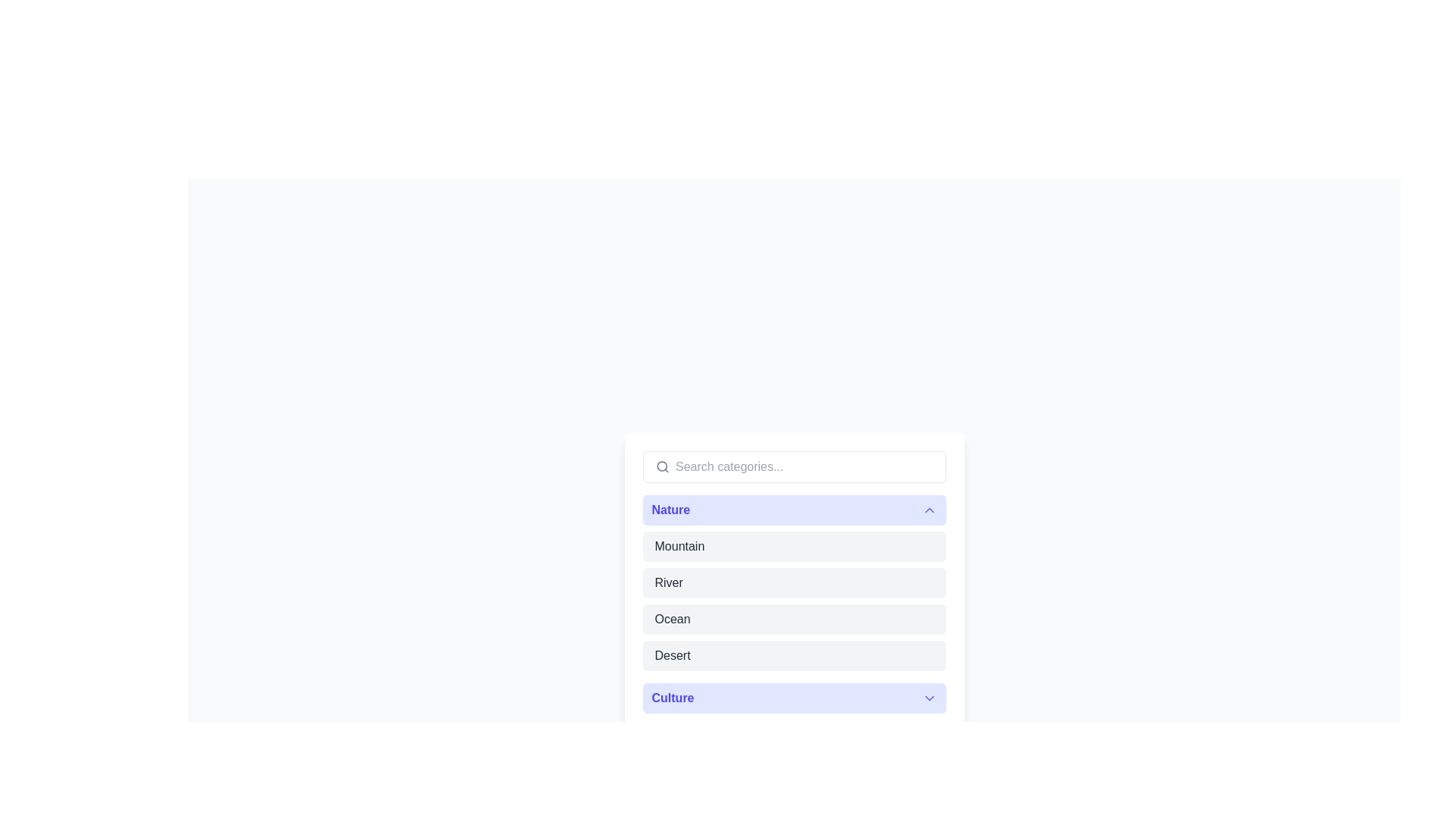 The image size is (1456, 819). I want to click on the 'Desert' option entry, which is the fourth item in the list under the 'Nature' category, so click(793, 654).